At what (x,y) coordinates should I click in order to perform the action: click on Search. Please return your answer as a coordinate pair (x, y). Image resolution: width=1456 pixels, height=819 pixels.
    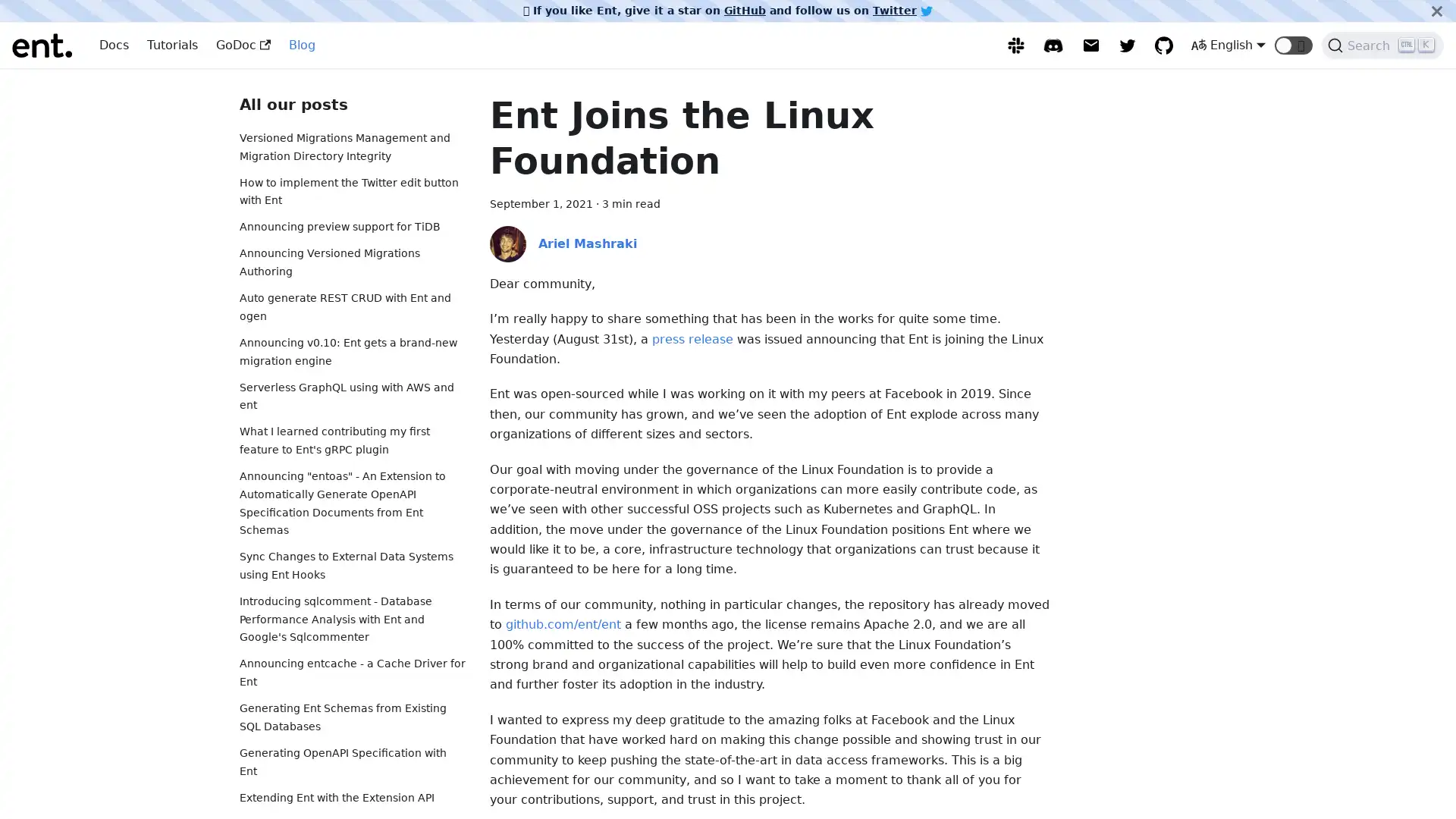
    Looking at the image, I should click on (1382, 45).